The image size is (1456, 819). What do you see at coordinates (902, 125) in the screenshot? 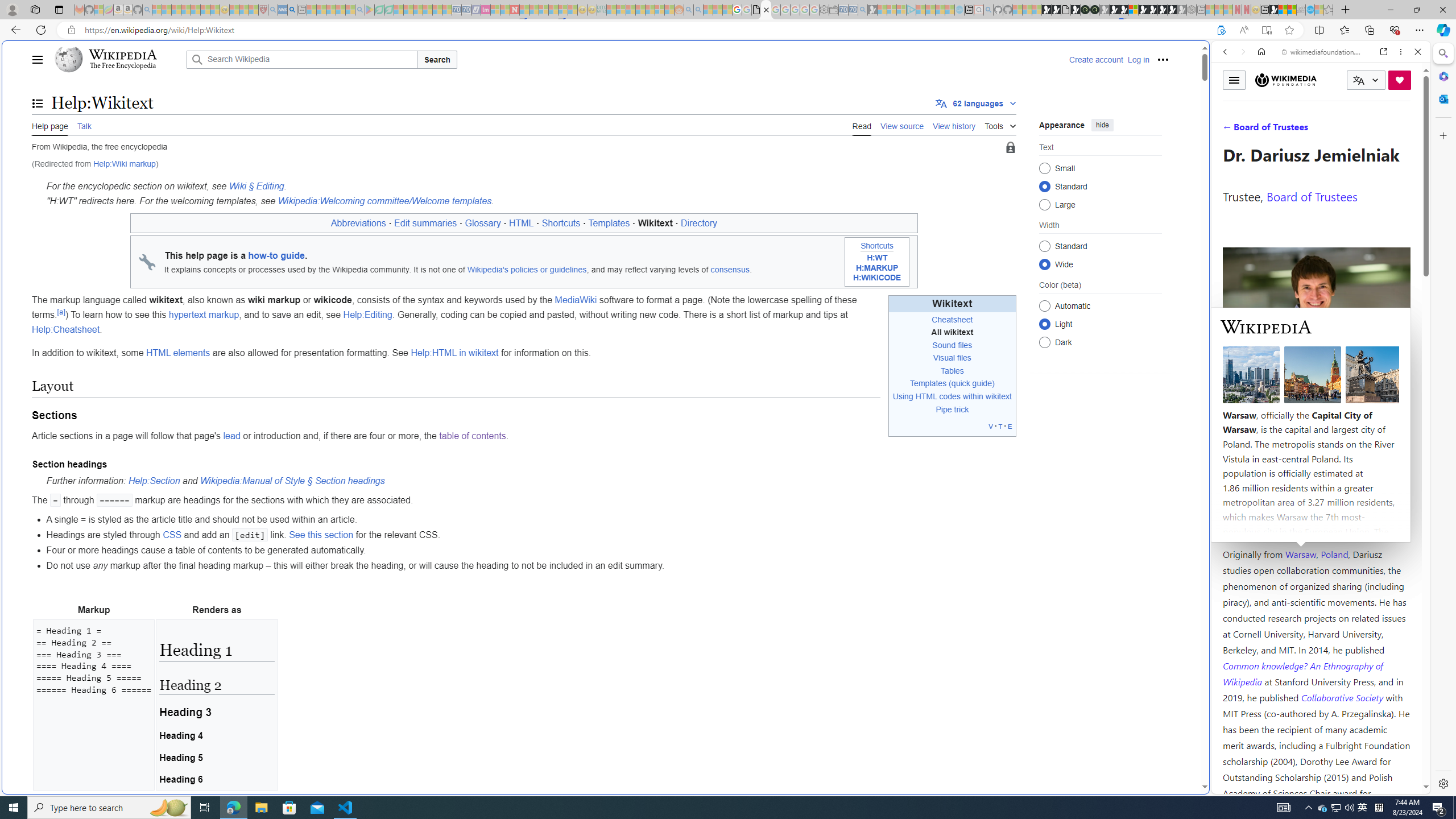
I see `'View source'` at bounding box center [902, 125].